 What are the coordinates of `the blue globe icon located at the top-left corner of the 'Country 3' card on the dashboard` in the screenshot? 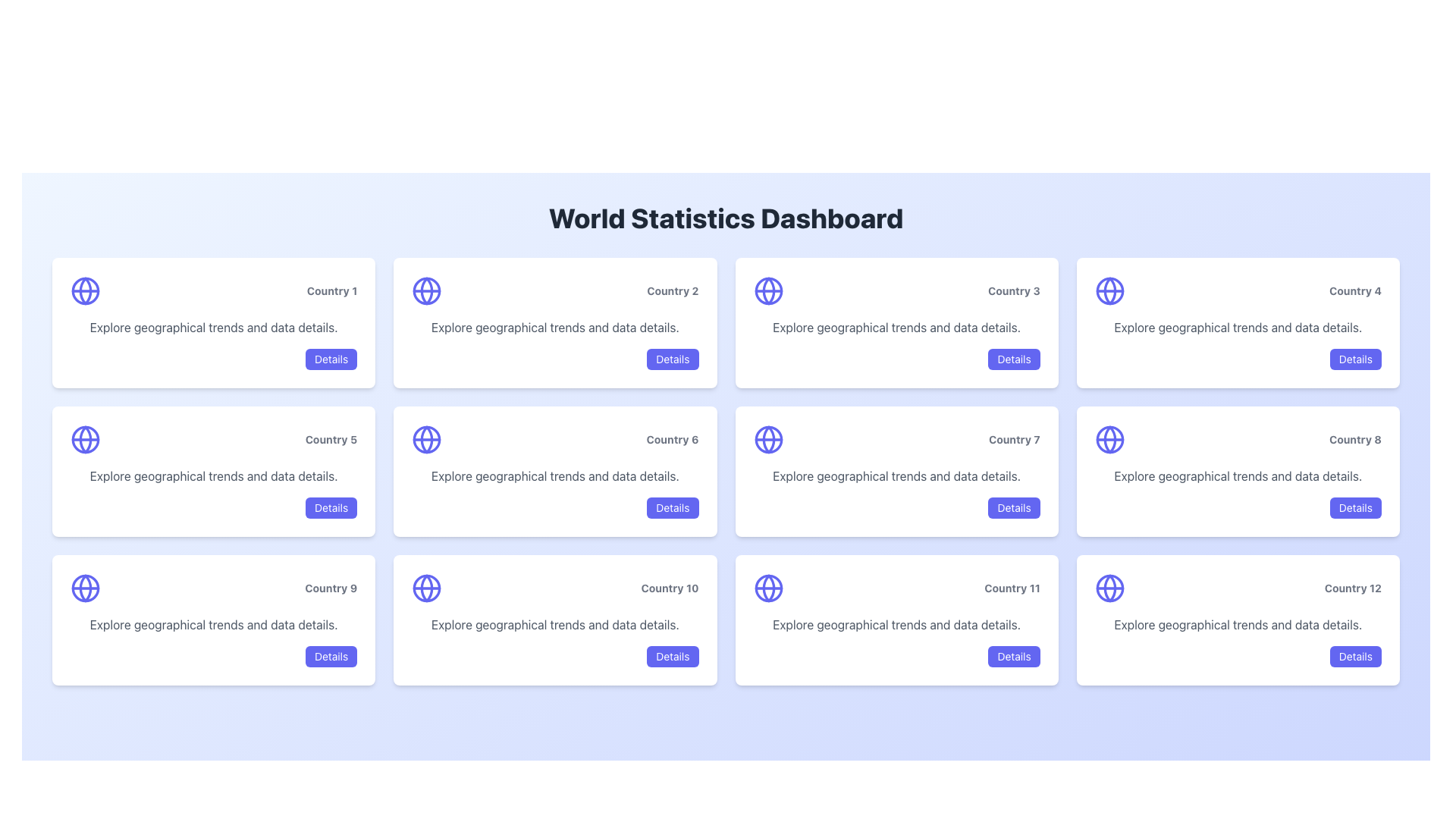 It's located at (768, 291).